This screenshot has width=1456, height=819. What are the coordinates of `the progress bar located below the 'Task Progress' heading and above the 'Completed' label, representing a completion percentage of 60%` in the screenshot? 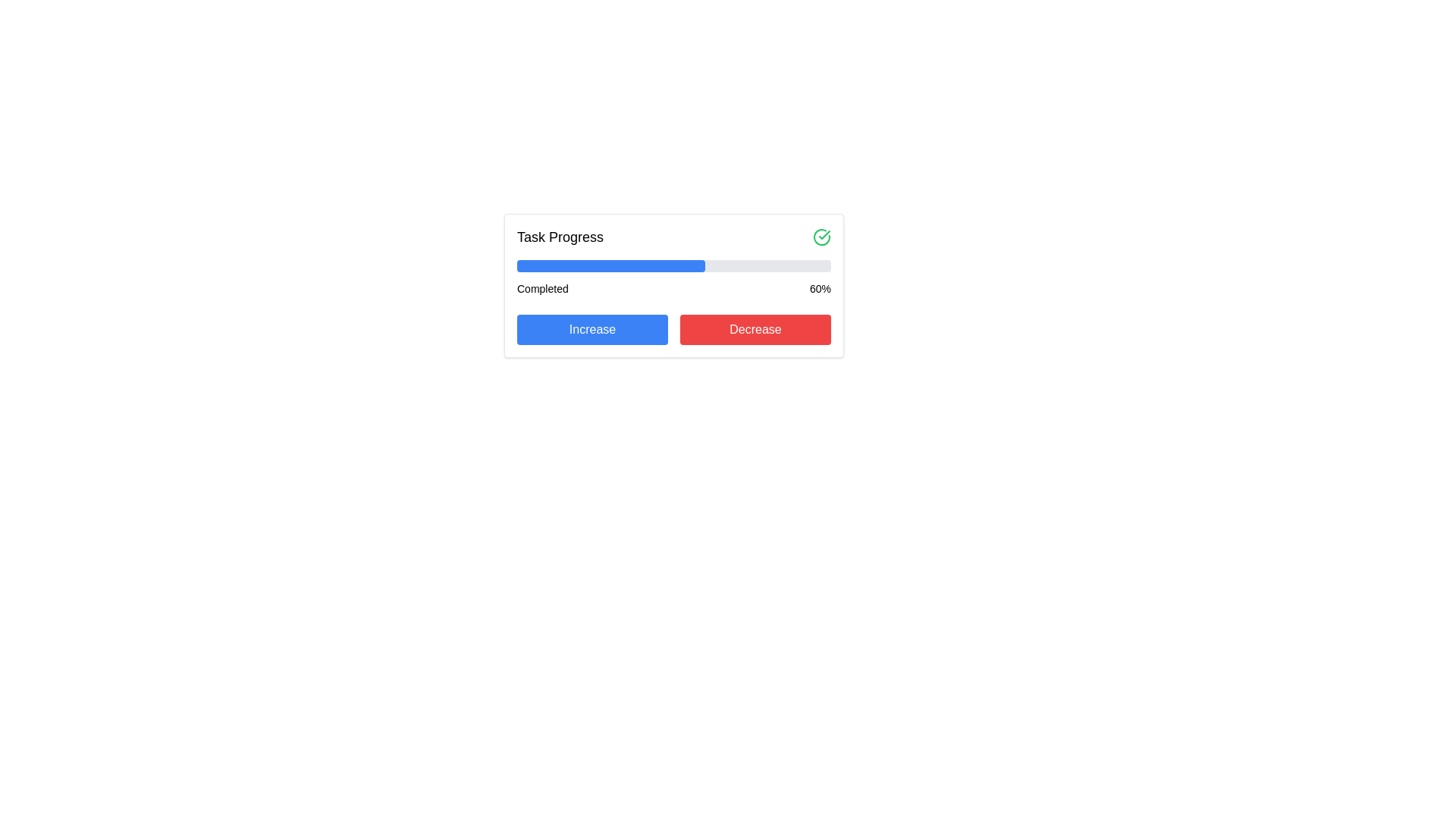 It's located at (673, 265).